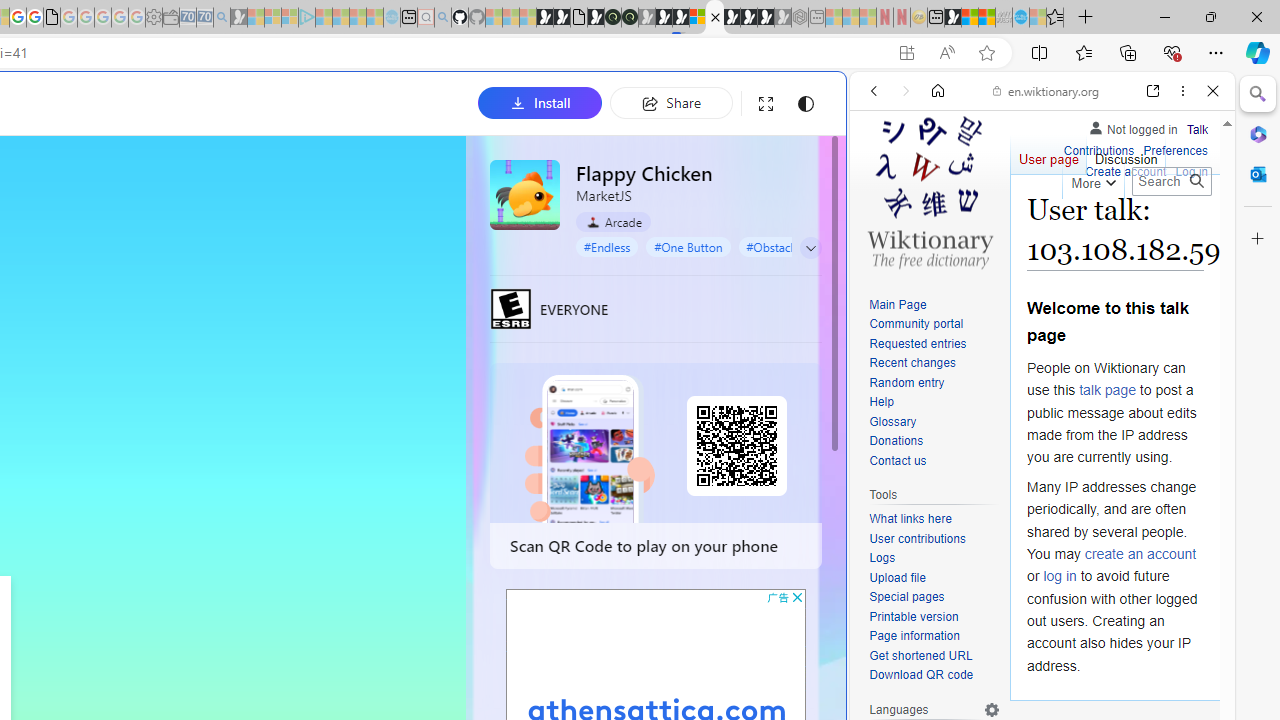 The width and height of the screenshot is (1280, 720). Describe the element at coordinates (905, 596) in the screenshot. I see `'Special pages'` at that location.